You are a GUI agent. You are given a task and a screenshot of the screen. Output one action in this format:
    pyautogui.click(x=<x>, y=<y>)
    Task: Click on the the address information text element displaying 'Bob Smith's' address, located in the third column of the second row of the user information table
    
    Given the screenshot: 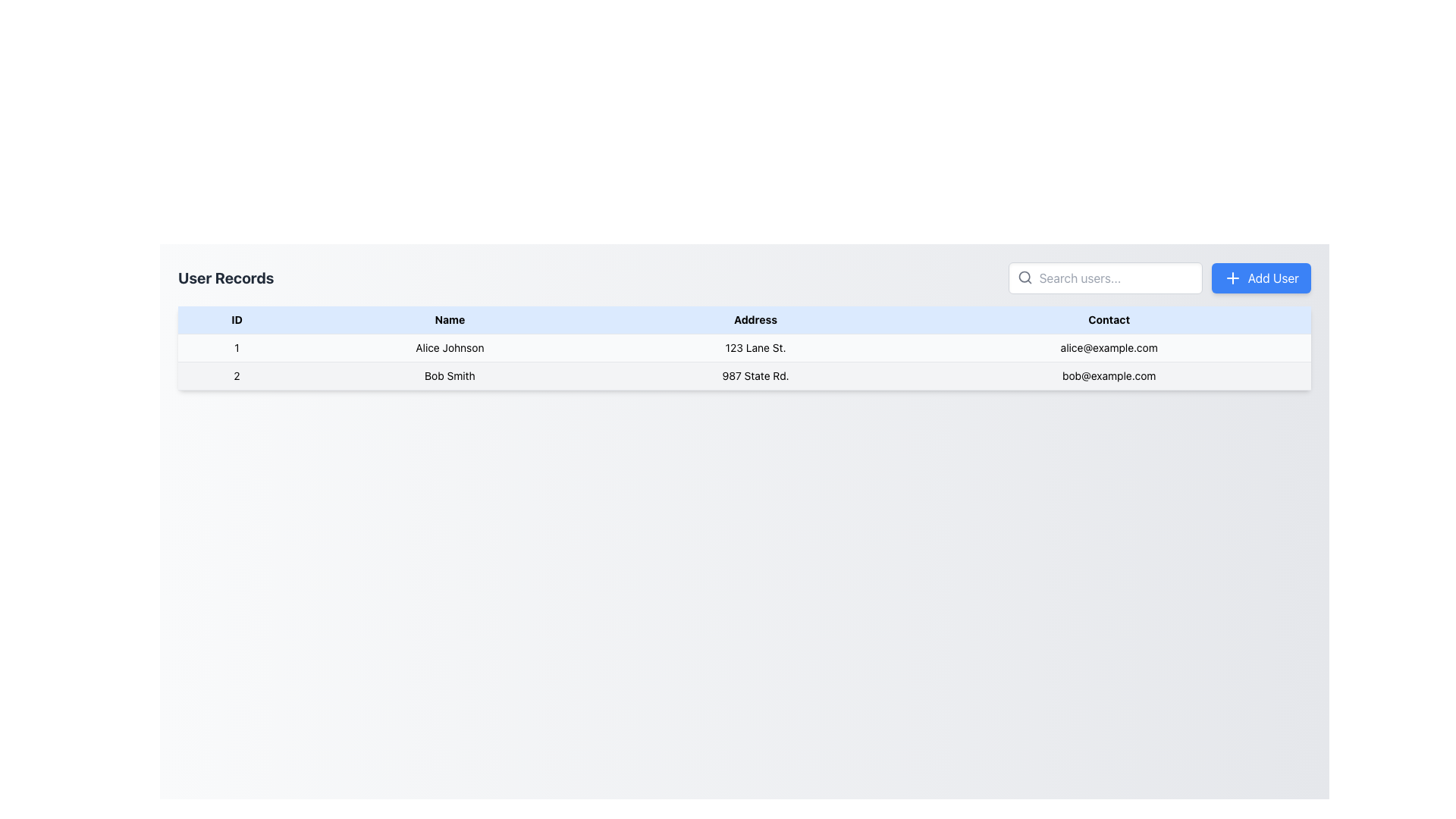 What is the action you would take?
    pyautogui.click(x=755, y=375)
    